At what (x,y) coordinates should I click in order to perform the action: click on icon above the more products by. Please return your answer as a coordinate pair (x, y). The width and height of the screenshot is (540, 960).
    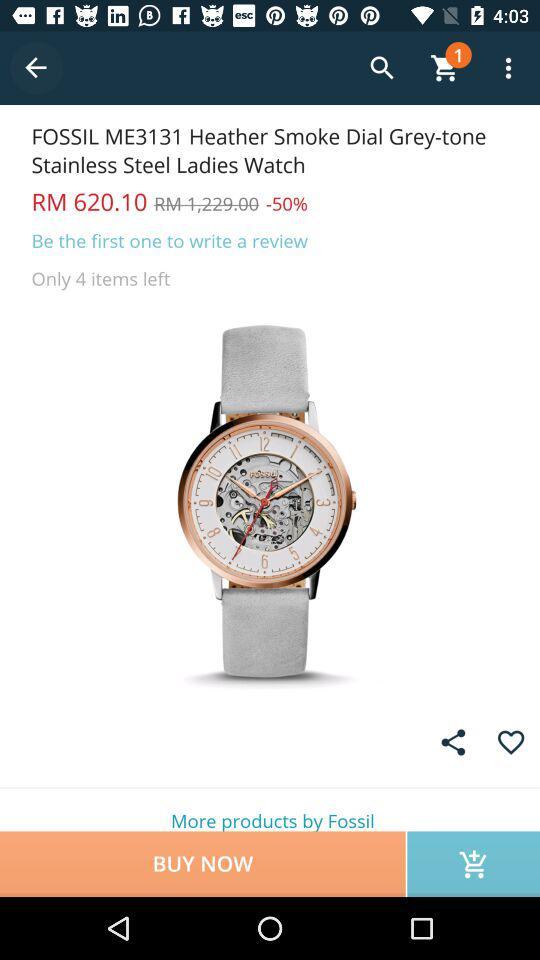
    Looking at the image, I should click on (453, 741).